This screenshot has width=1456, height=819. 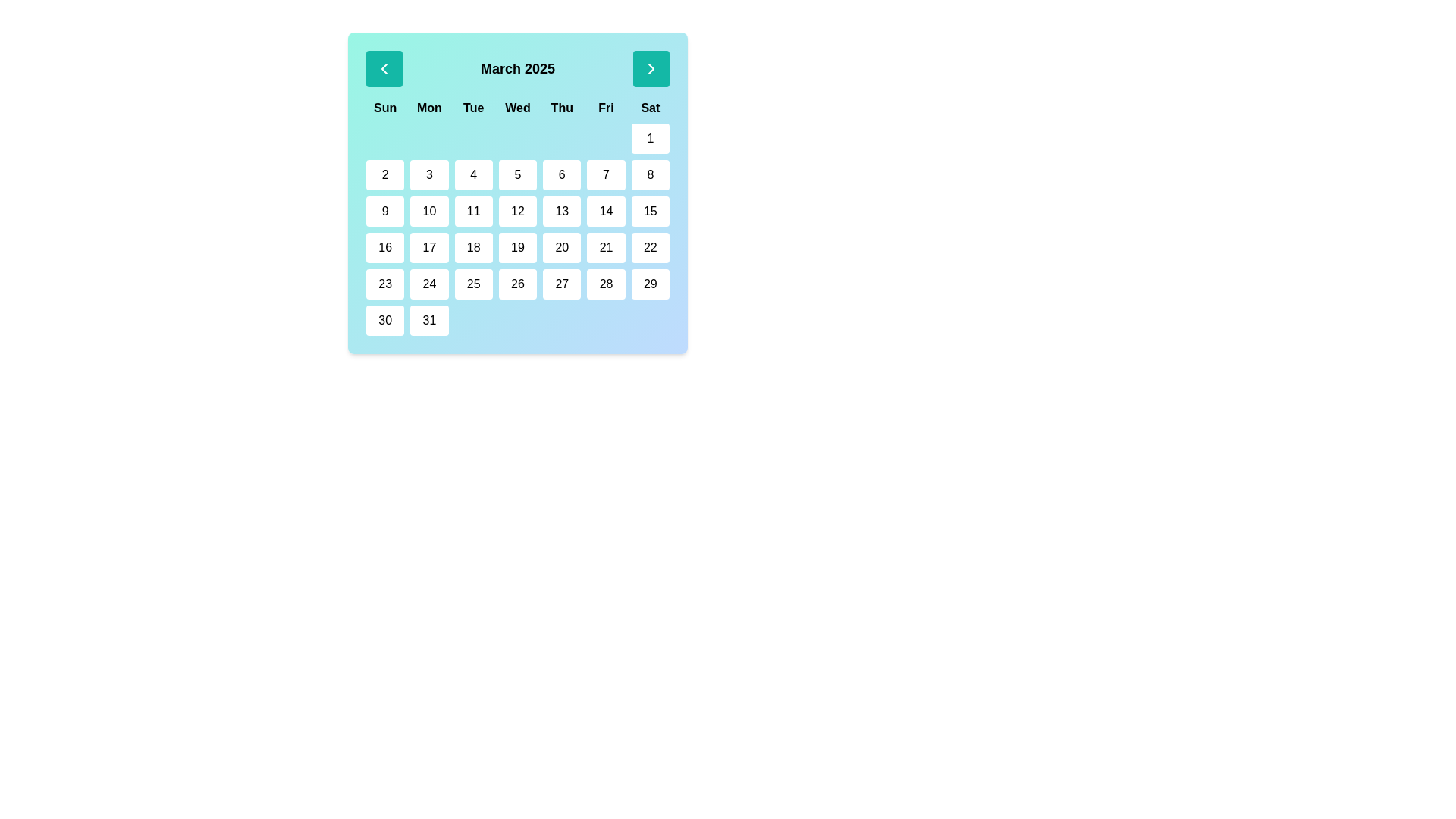 I want to click on the static text label indicating the first day of the week (Sunday) in the calendar view, located in the top left corner of the calendar layout, so click(x=385, y=107).